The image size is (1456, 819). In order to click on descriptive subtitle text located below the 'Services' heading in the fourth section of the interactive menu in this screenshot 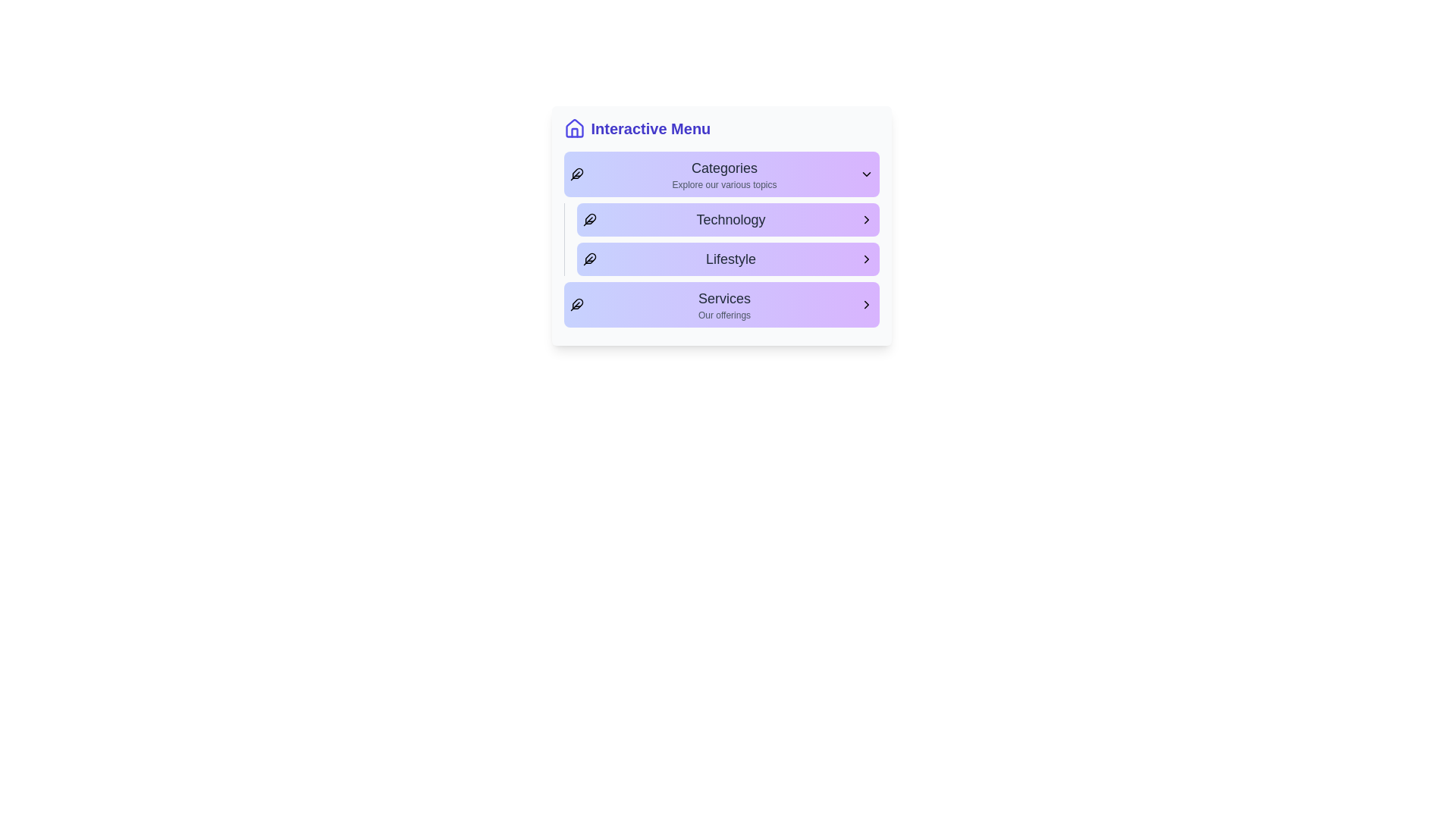, I will do `click(723, 315)`.